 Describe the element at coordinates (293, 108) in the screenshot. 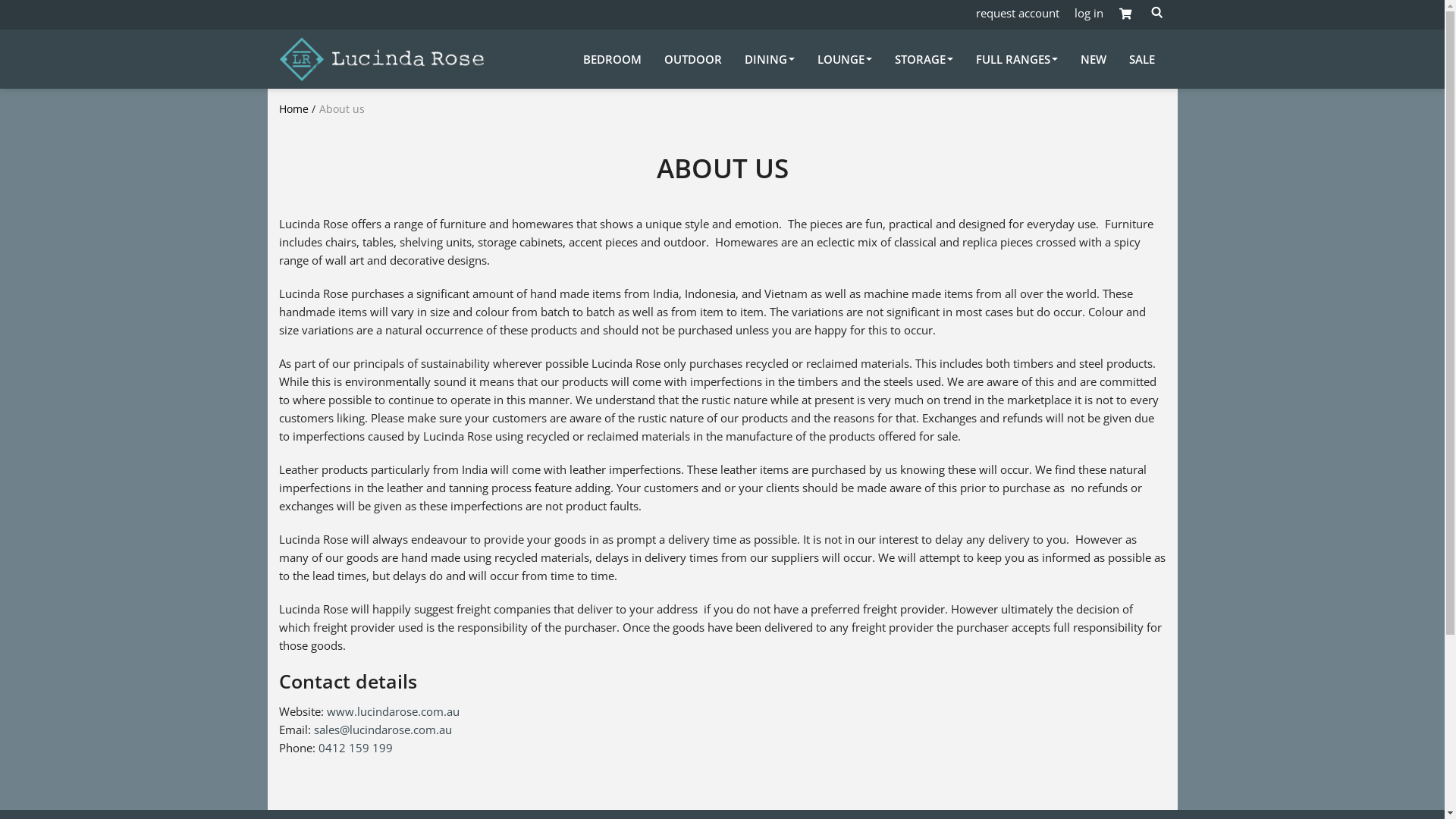

I see `'Home'` at that location.